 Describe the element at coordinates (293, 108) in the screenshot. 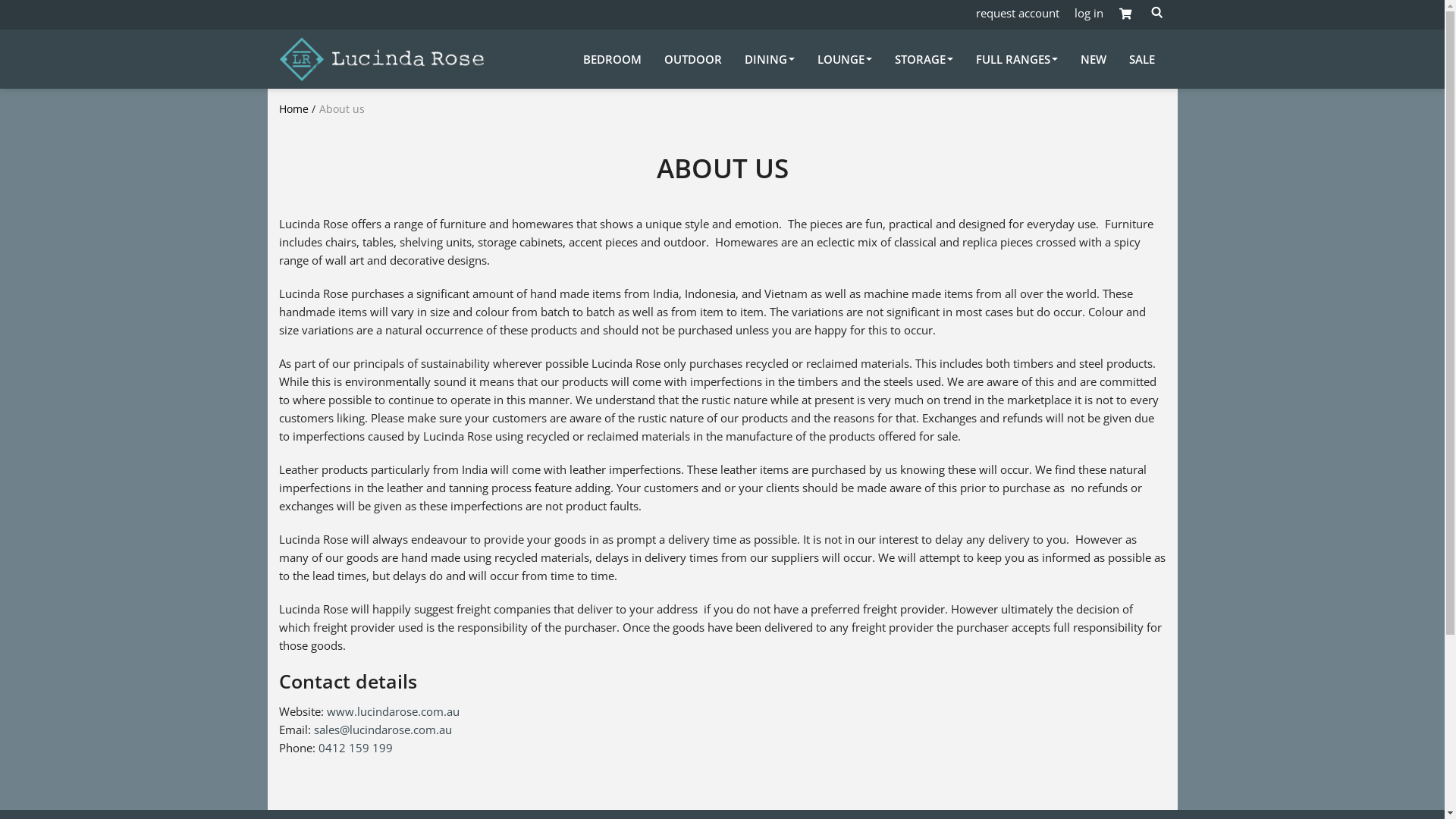

I see `'Home'` at that location.